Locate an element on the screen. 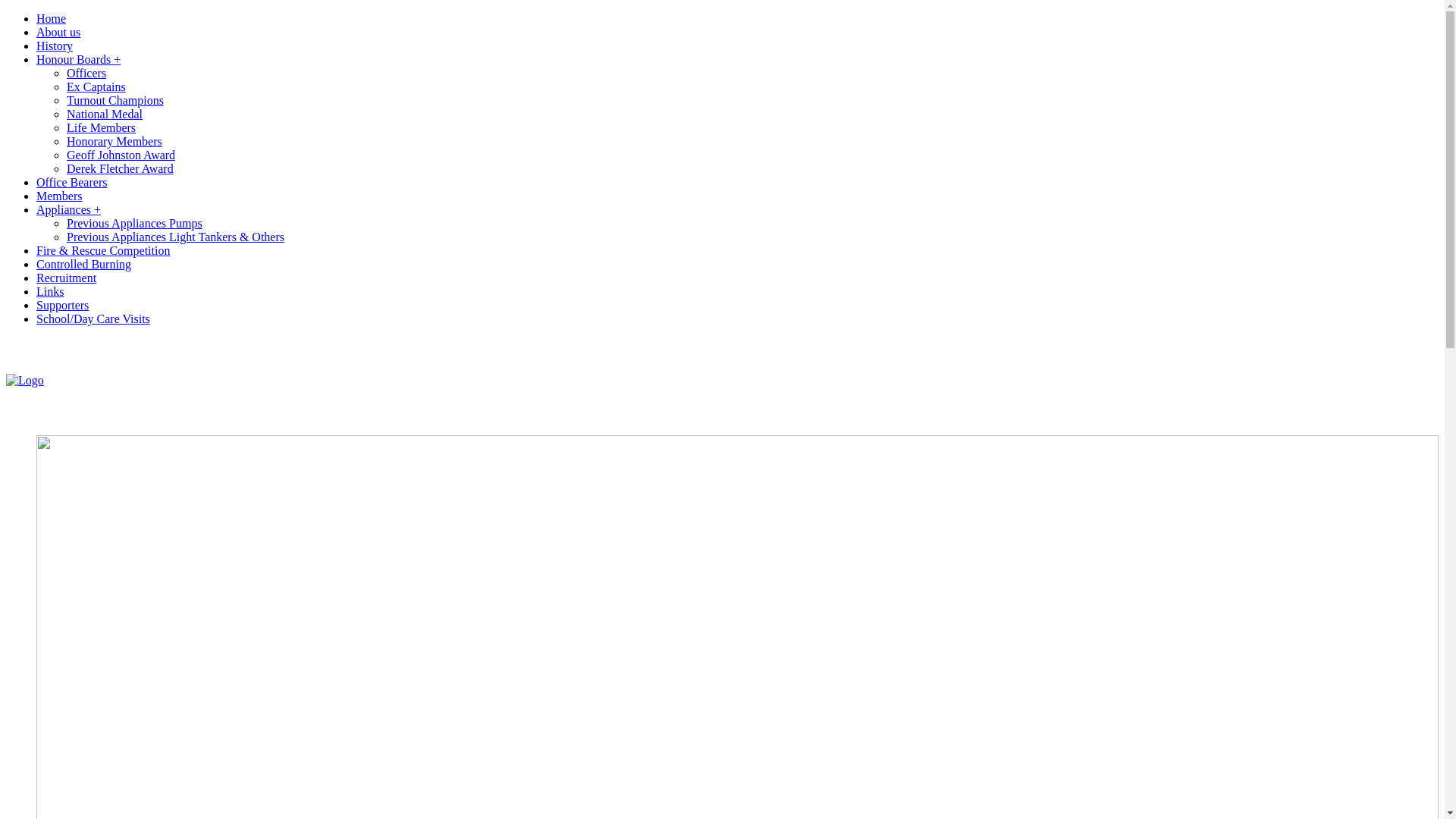 The image size is (1456, 819). 'Links' is located at coordinates (36, 291).